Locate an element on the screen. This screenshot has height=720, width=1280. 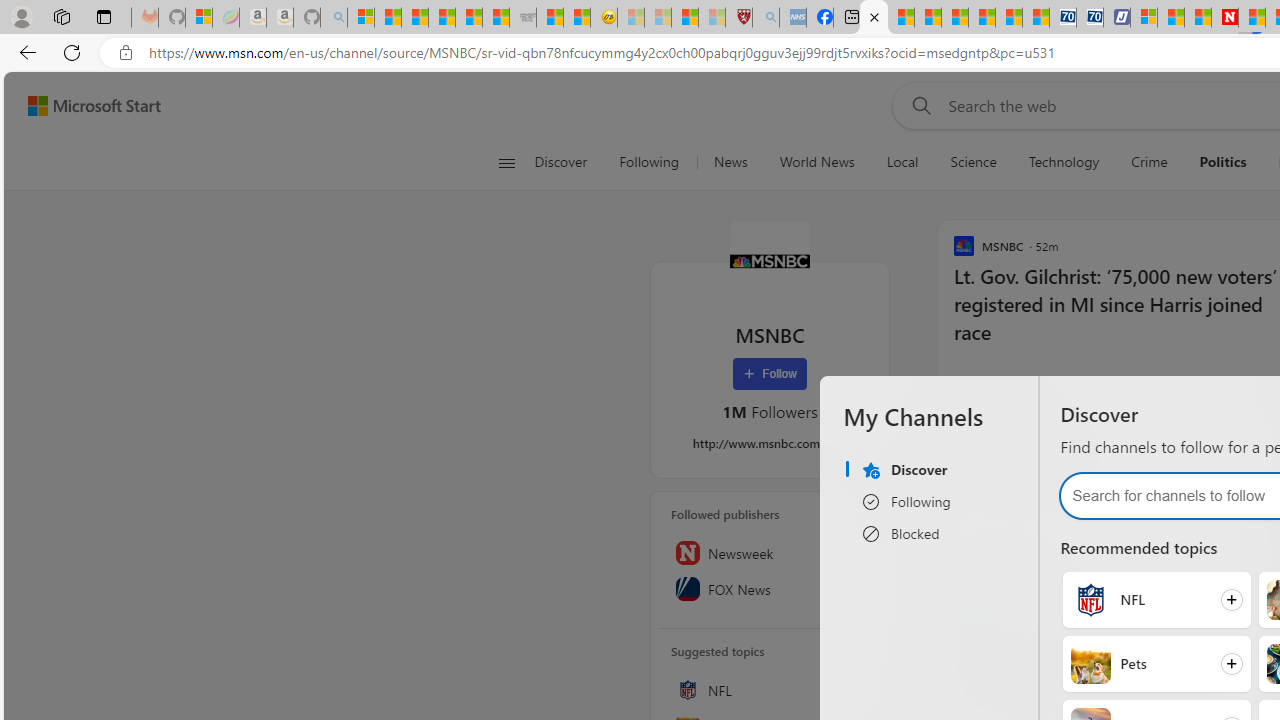
'Technology' is located at coordinates (1063, 162).